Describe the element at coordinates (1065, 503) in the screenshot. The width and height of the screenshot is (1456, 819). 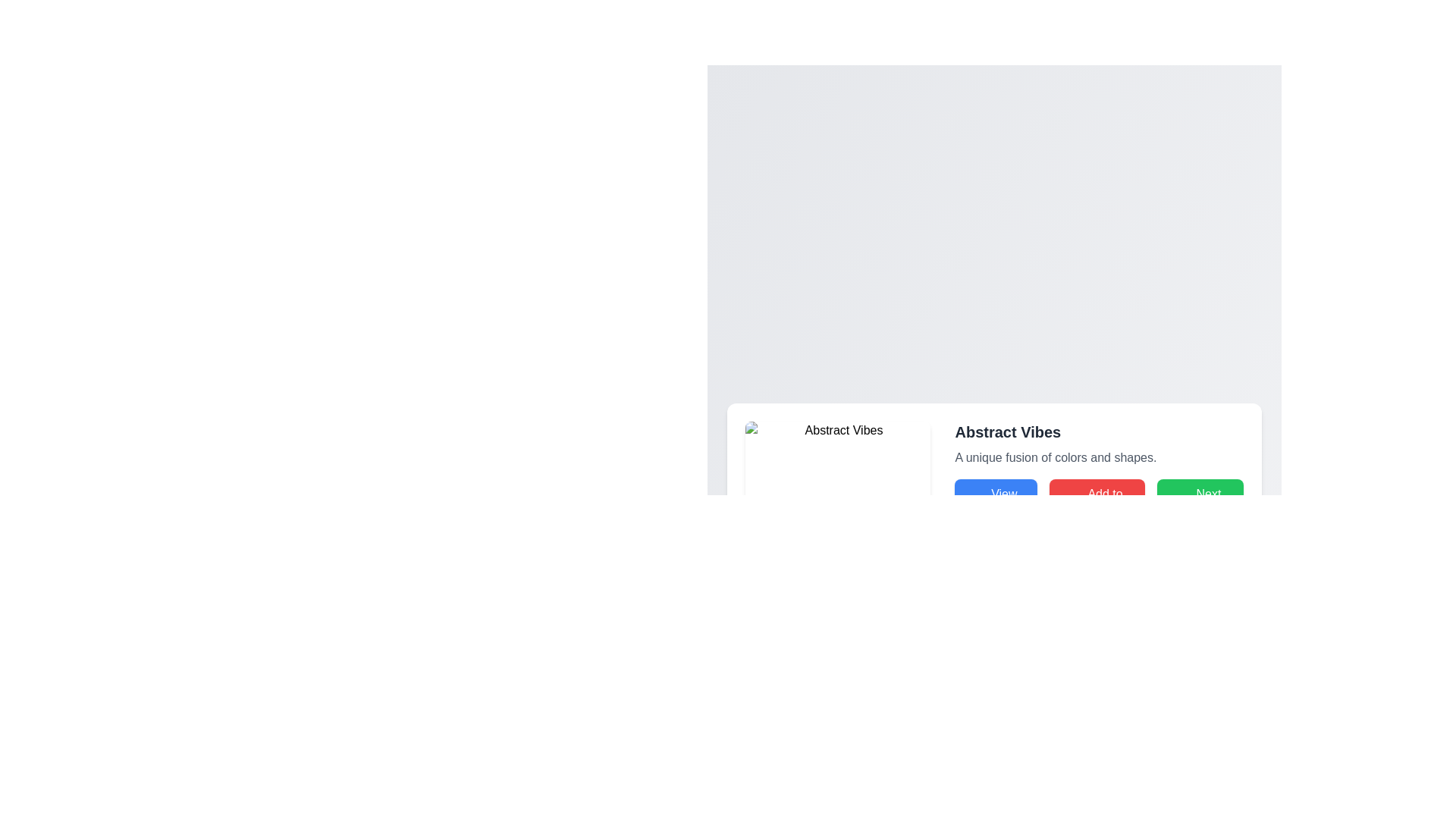
I see `the heart icon which is part of the 'Add to Favorites' button, located near the center of the bottom interface, slightly offset to the left of the button's text` at that location.